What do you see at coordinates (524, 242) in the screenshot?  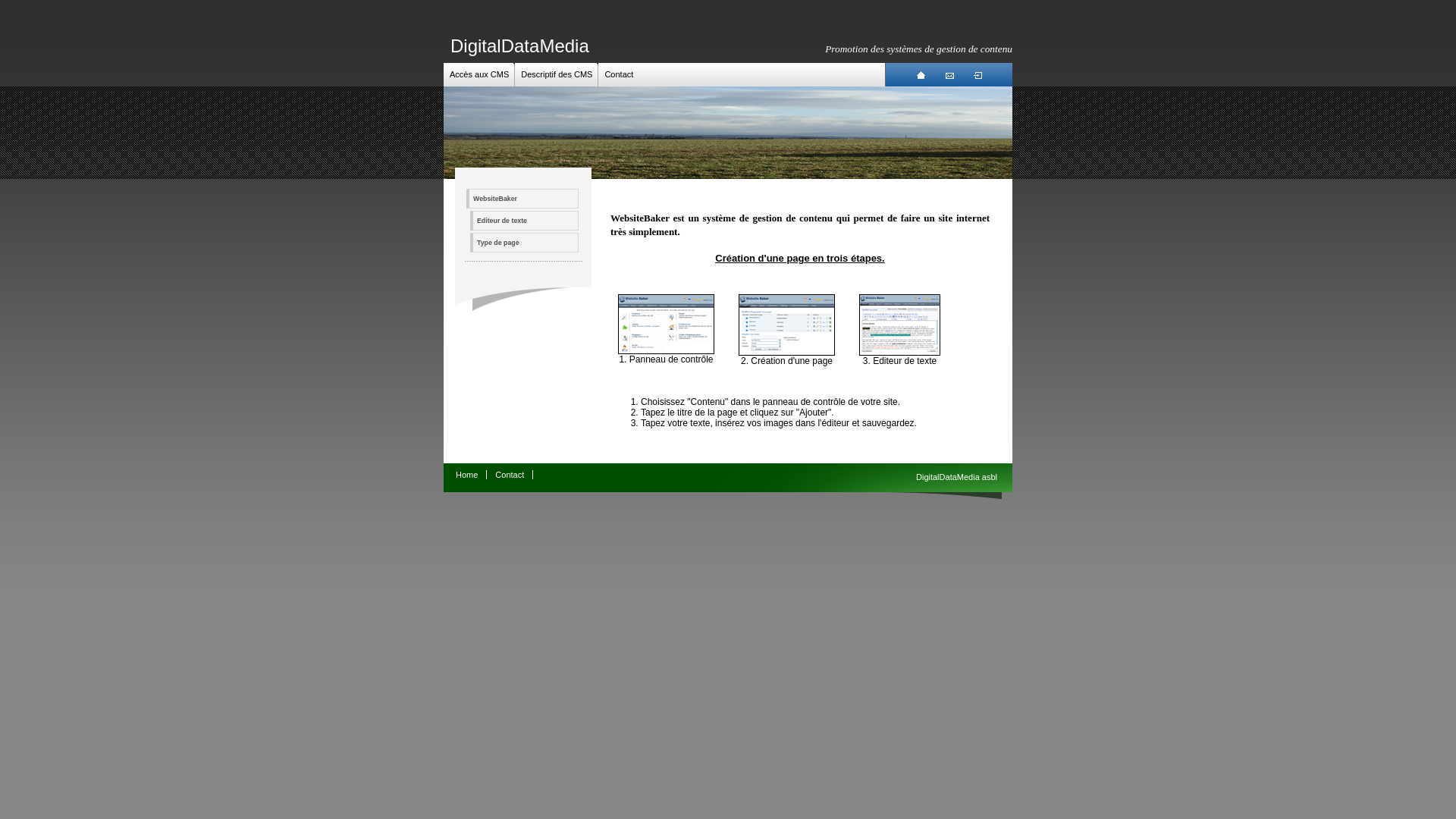 I see `'Type de page'` at bounding box center [524, 242].